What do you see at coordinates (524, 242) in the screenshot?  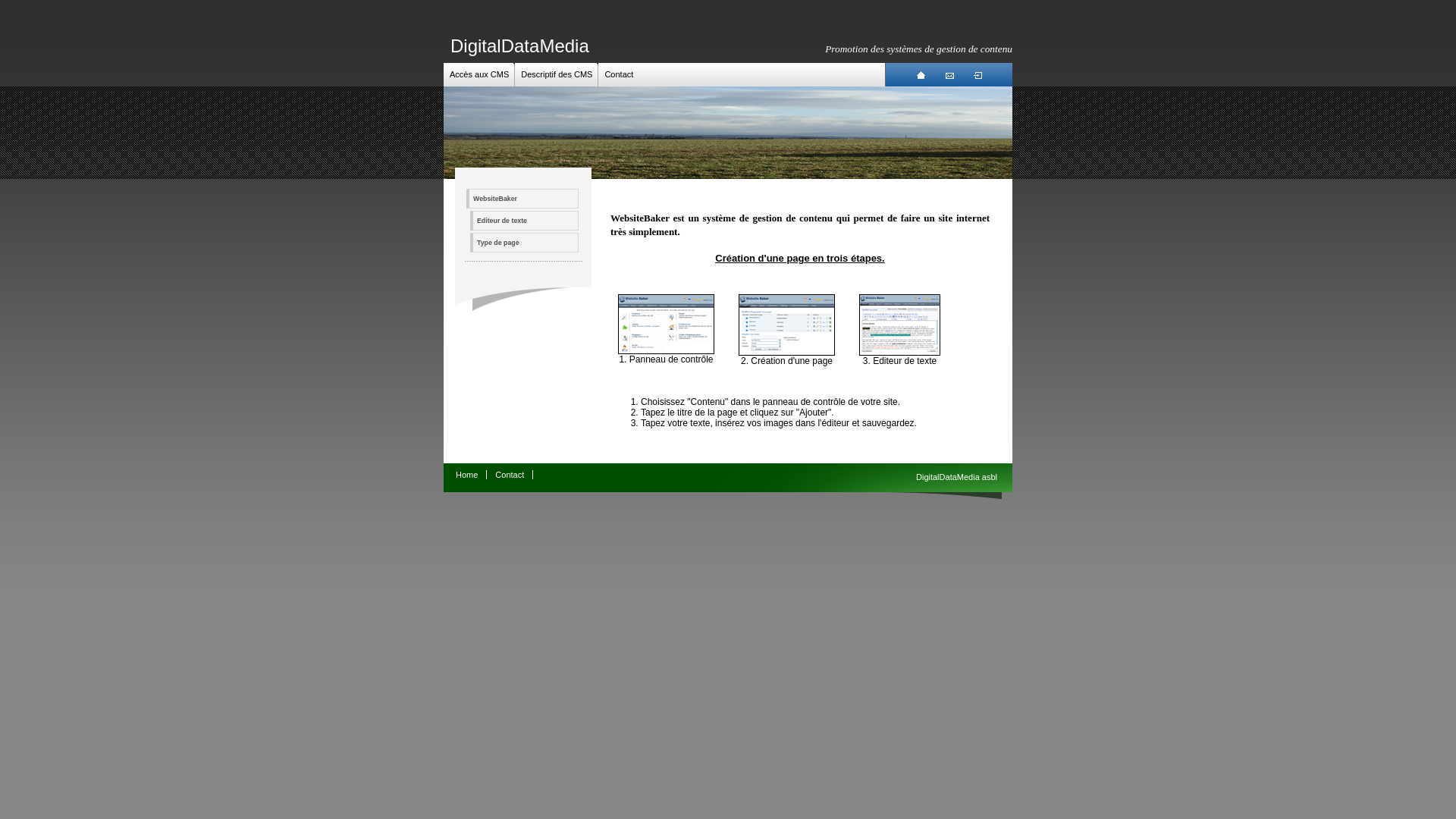 I see `'Type de page'` at bounding box center [524, 242].